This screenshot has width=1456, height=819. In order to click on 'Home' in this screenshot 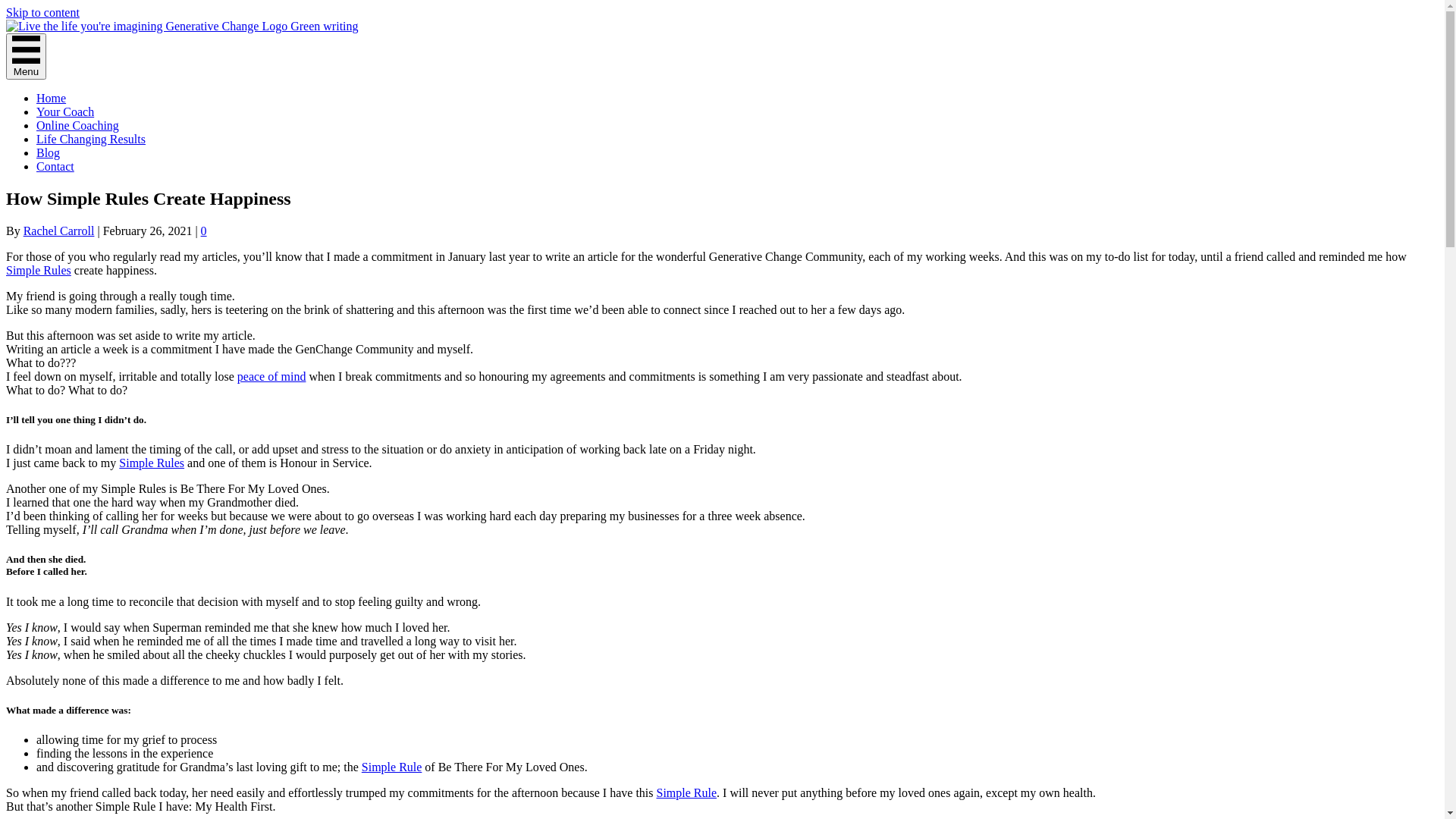, I will do `click(51, 98)`.